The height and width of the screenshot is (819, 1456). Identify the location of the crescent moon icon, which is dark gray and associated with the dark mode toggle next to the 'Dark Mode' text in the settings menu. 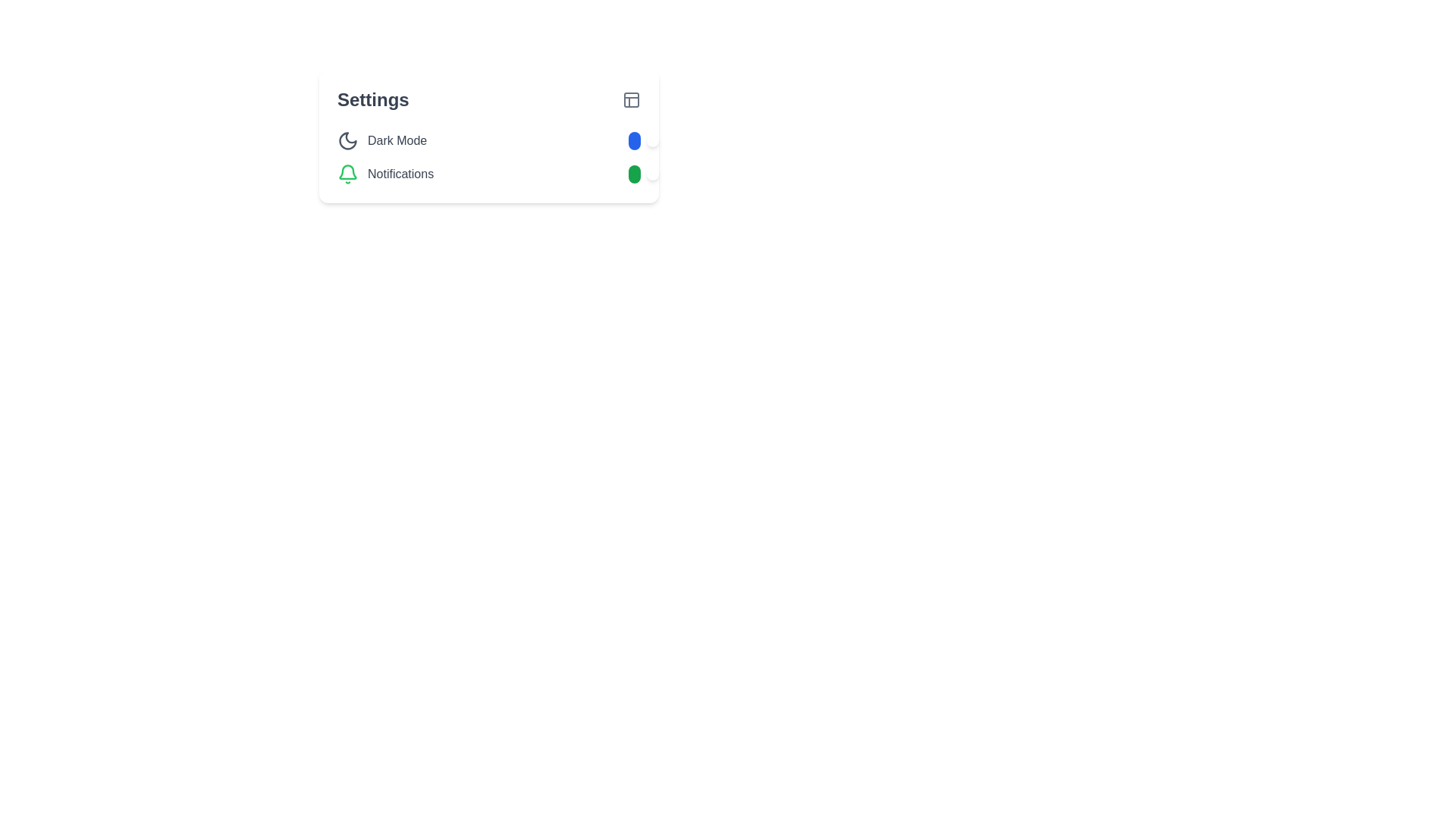
(347, 140).